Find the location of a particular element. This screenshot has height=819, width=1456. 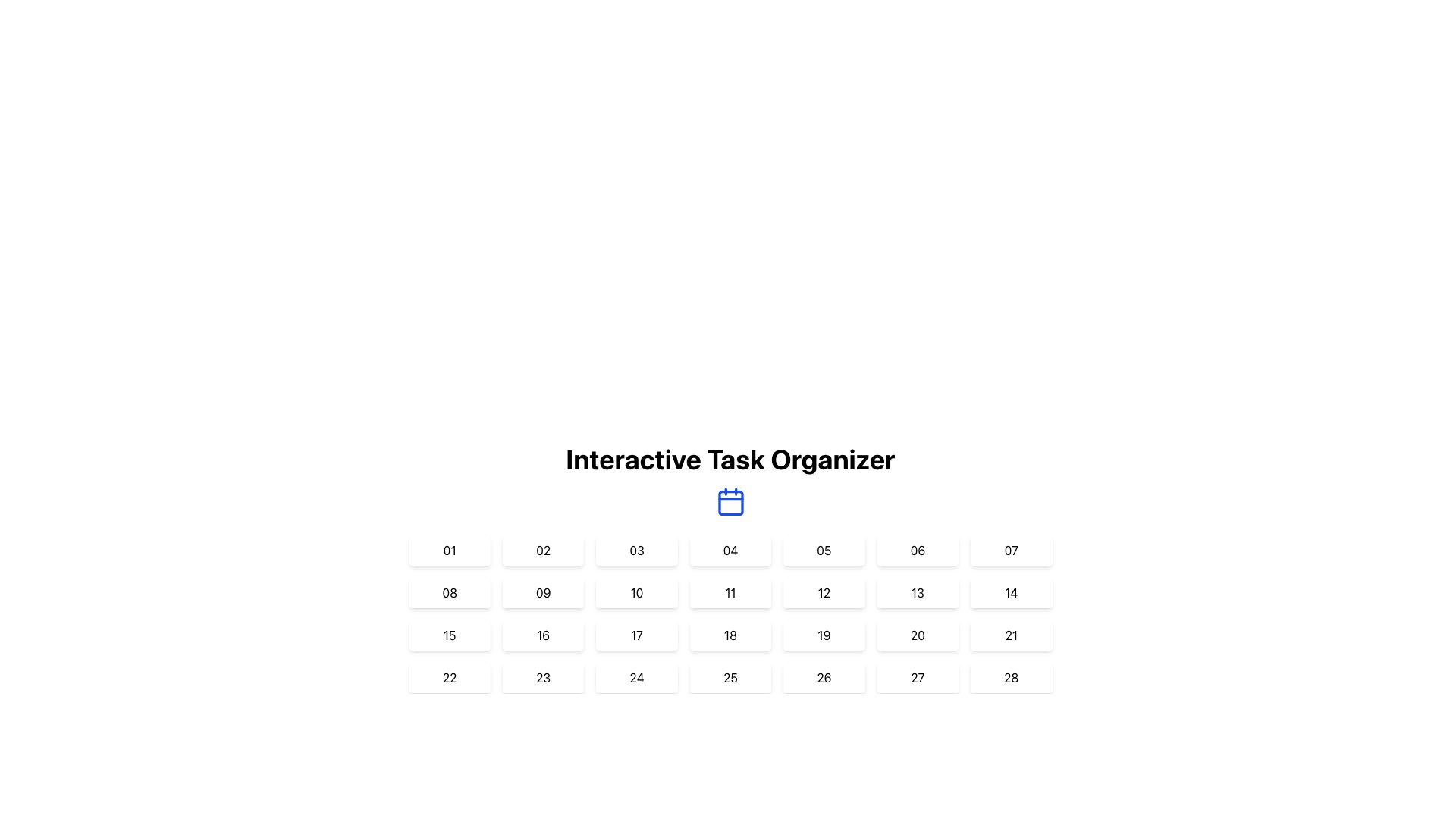

the interactive button displaying the number '03' is located at coordinates (637, 550).